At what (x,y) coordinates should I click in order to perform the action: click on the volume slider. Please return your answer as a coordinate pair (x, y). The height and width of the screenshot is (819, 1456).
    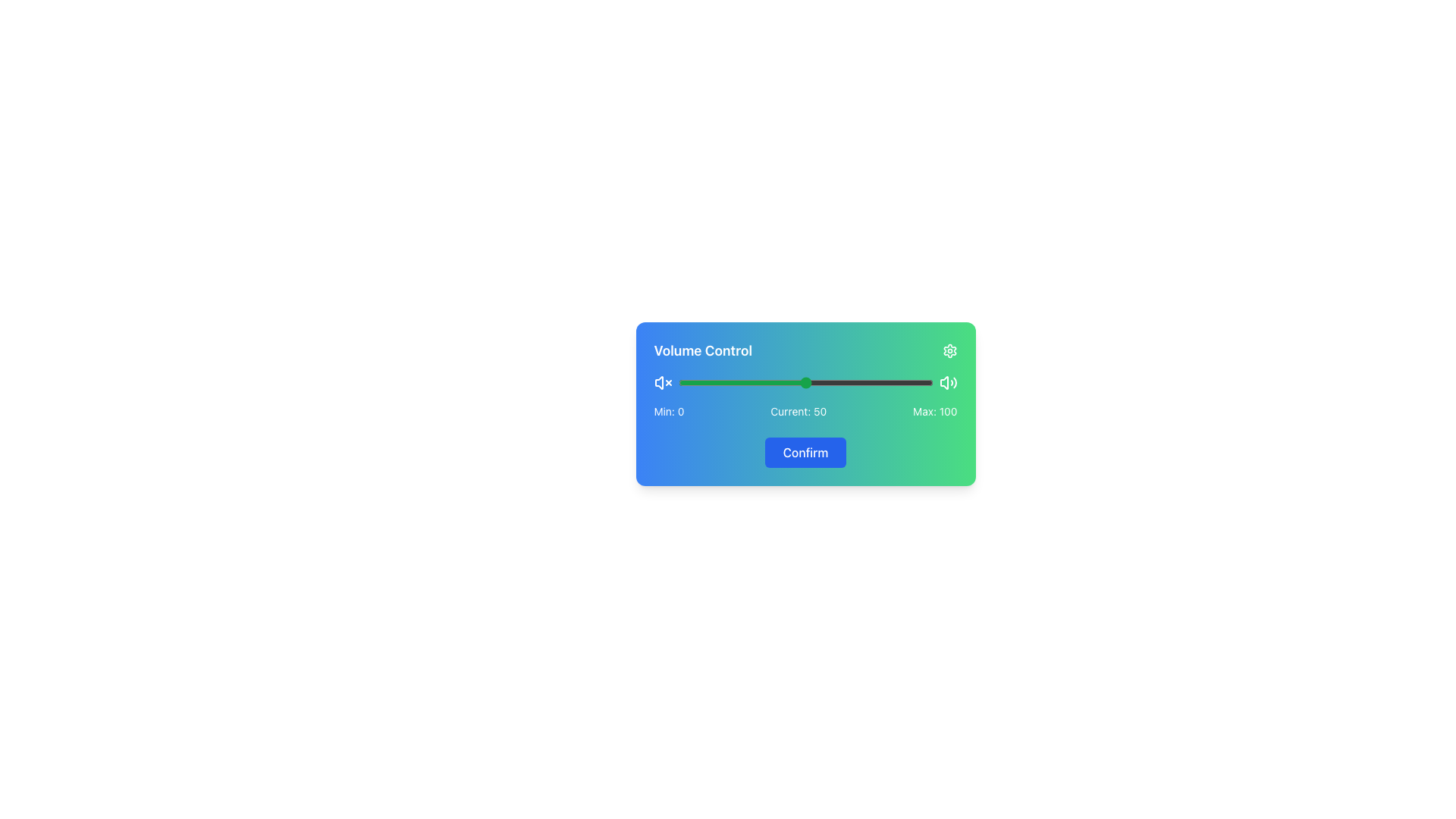
    Looking at the image, I should click on (912, 382).